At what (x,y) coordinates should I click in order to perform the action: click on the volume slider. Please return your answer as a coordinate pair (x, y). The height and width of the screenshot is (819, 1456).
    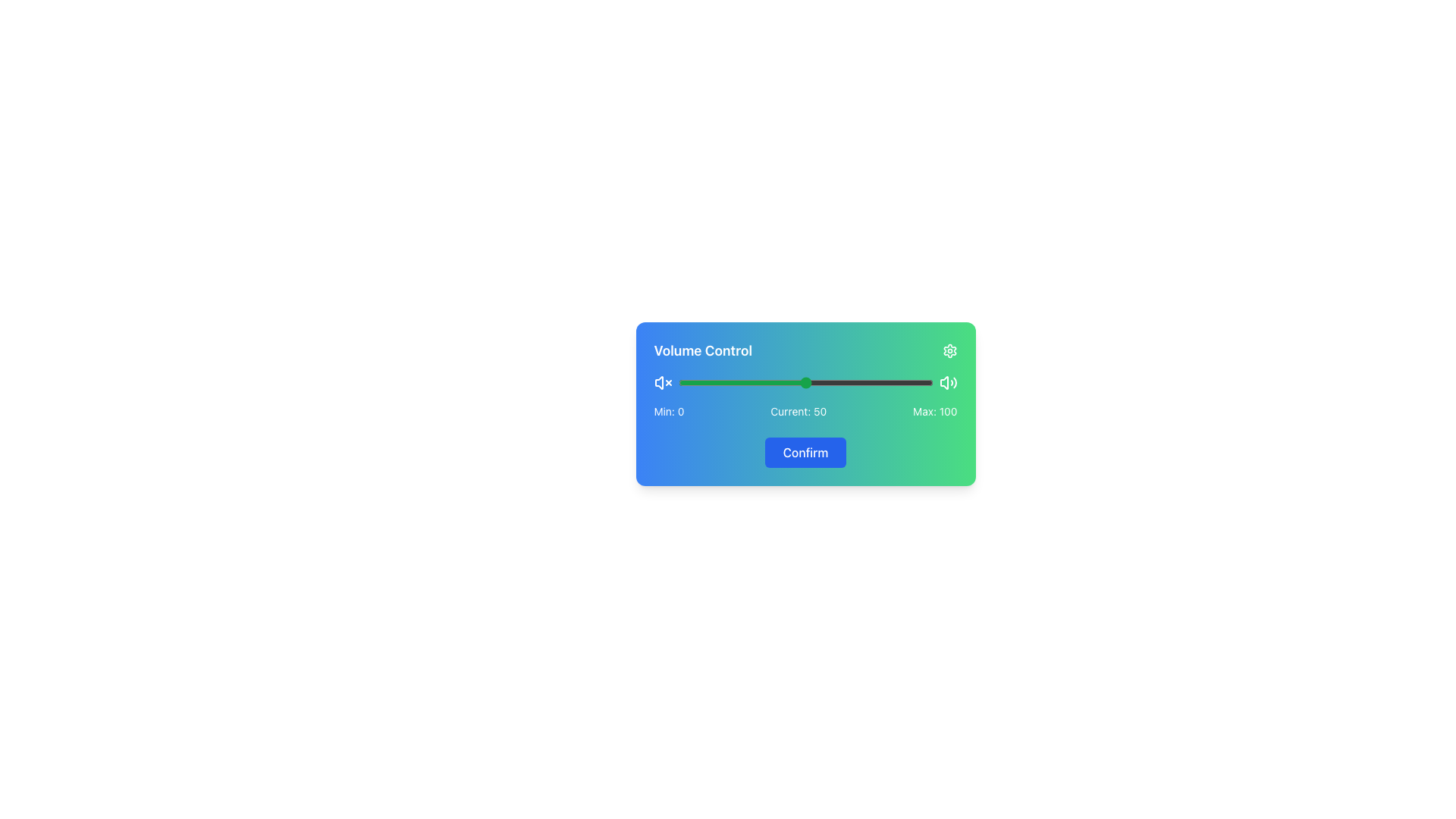
    Looking at the image, I should click on (912, 382).